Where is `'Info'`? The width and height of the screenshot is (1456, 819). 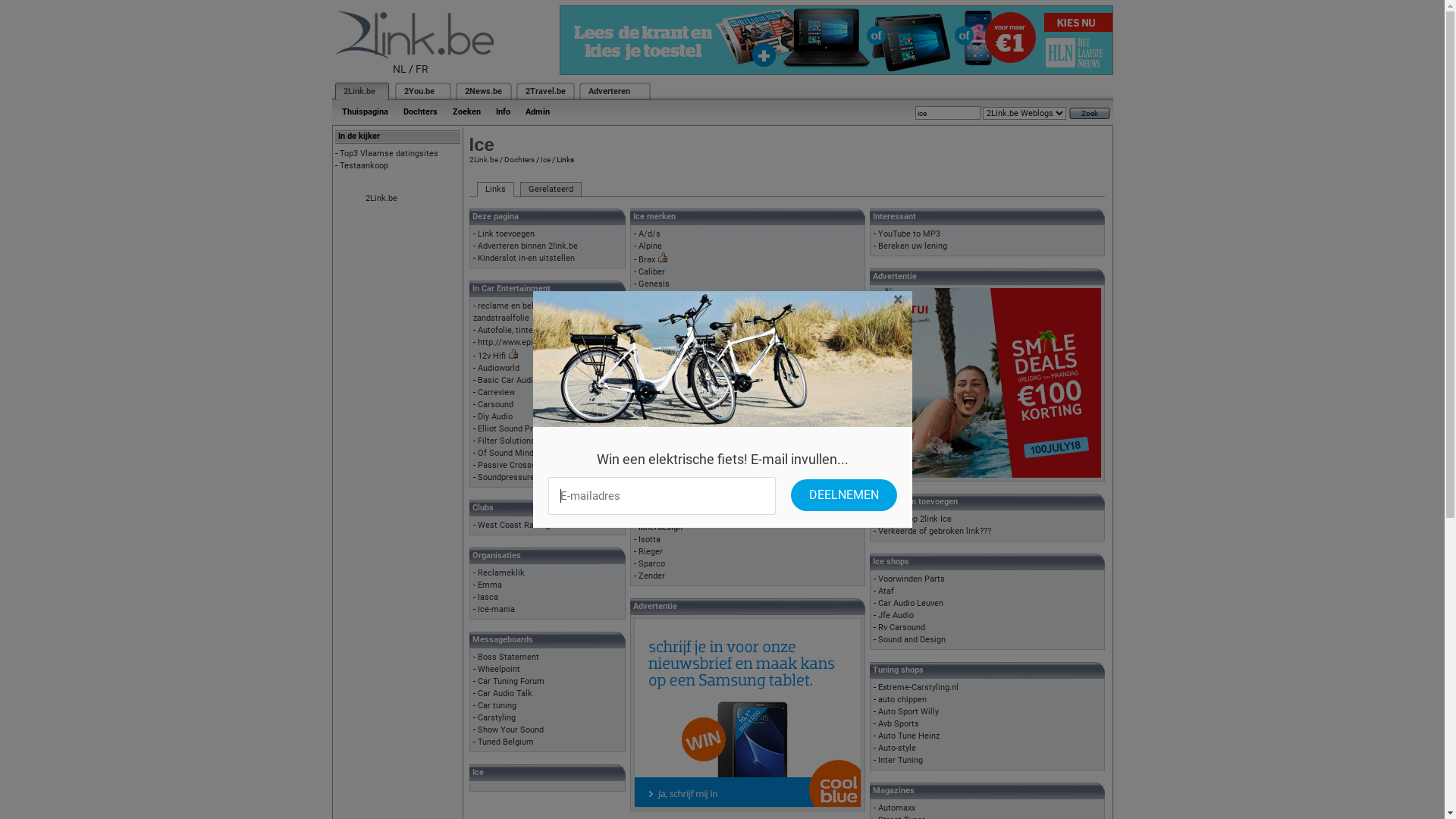
'Info' is located at coordinates (503, 111).